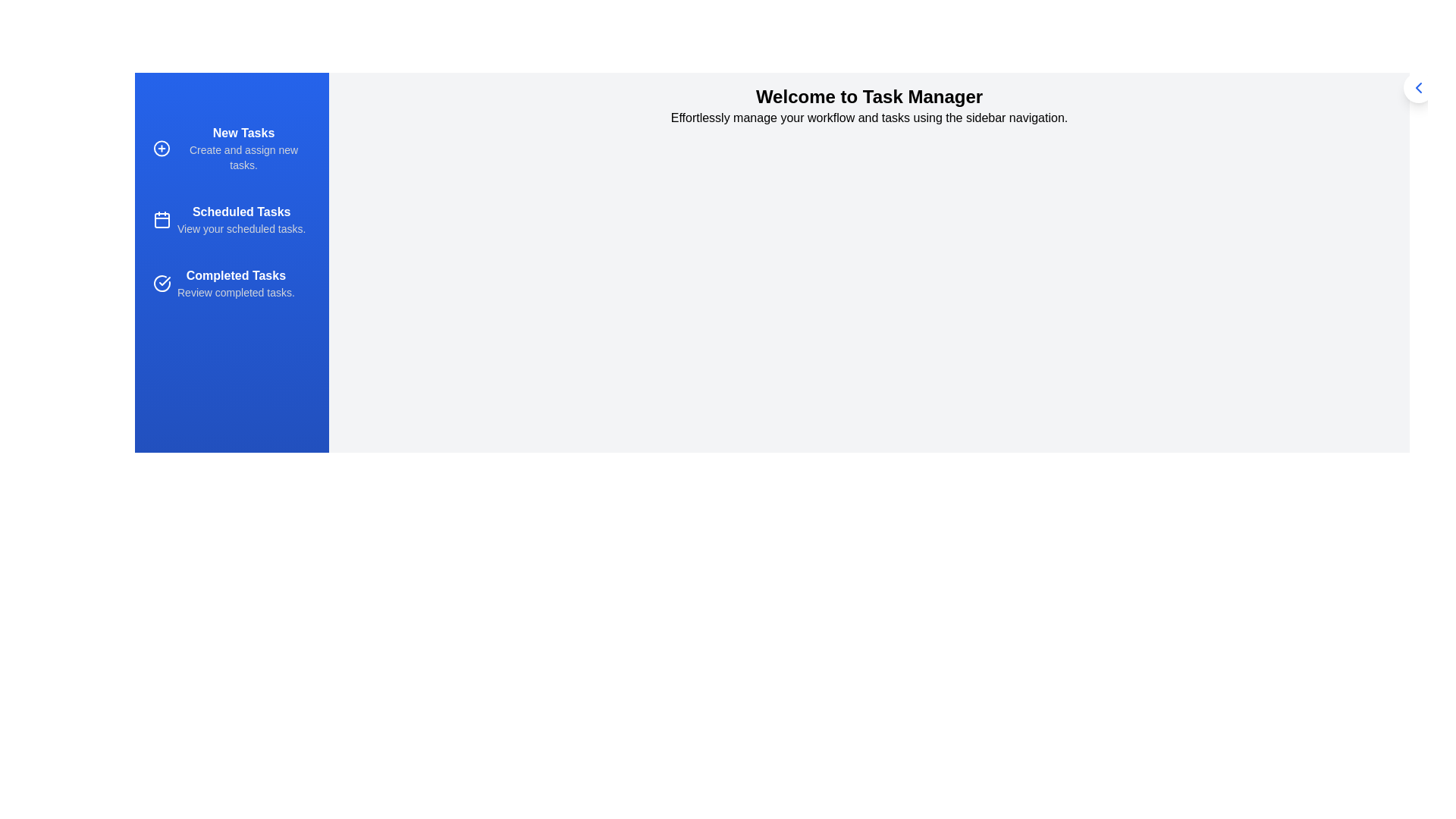 The width and height of the screenshot is (1456, 819). Describe the element at coordinates (231, 149) in the screenshot. I see `the 'New Tasks' menu item in the sidebar to navigate to the 'New Tasks' section` at that location.